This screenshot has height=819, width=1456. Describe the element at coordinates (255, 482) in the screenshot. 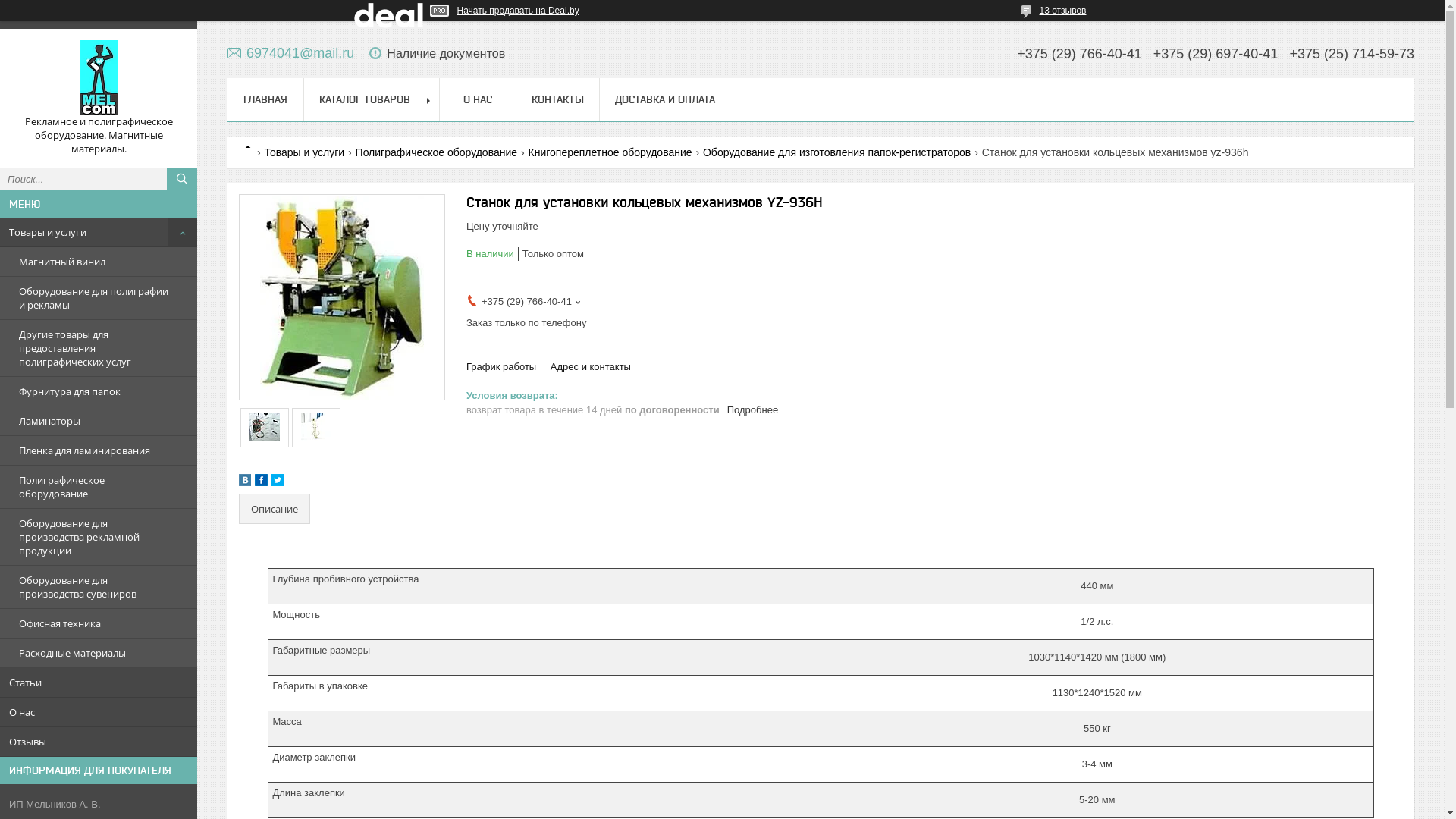

I see `'facebook'` at that location.